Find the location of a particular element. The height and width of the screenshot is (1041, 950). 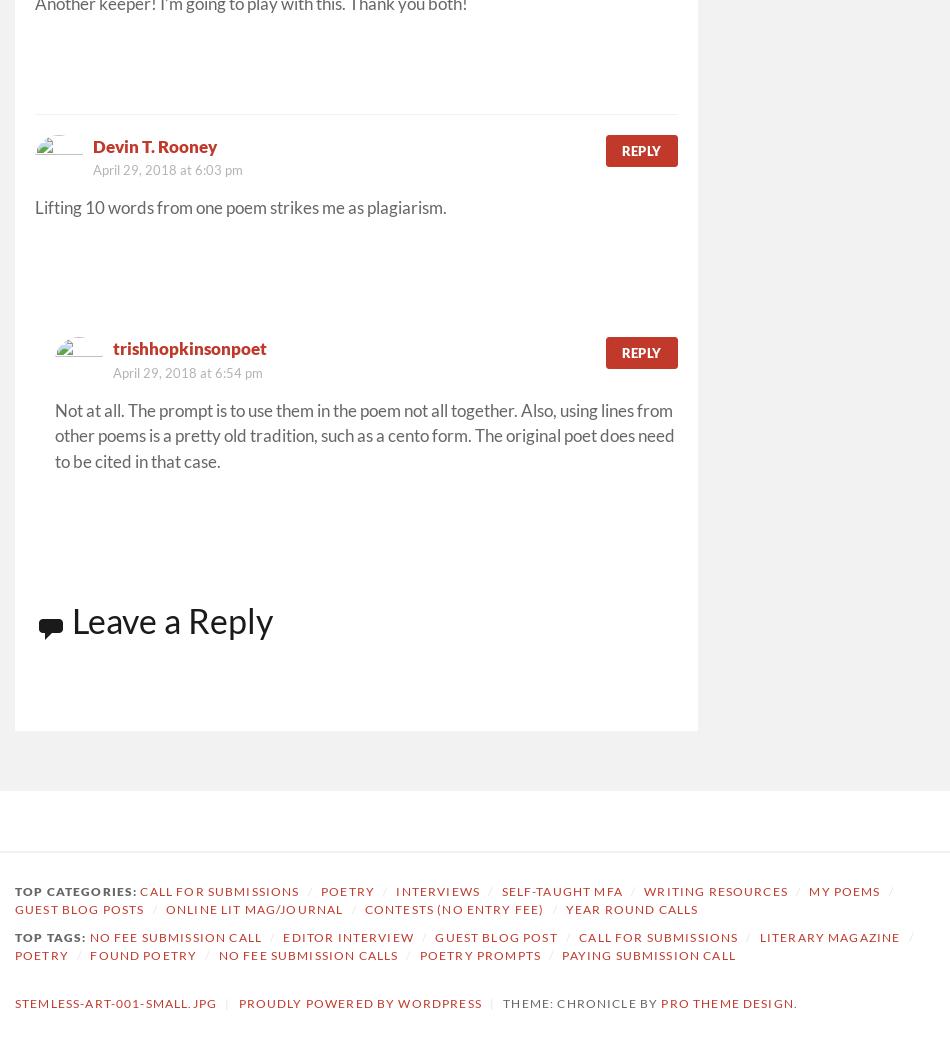

'stemless-art-001-small.jpg' is located at coordinates (115, 1003).